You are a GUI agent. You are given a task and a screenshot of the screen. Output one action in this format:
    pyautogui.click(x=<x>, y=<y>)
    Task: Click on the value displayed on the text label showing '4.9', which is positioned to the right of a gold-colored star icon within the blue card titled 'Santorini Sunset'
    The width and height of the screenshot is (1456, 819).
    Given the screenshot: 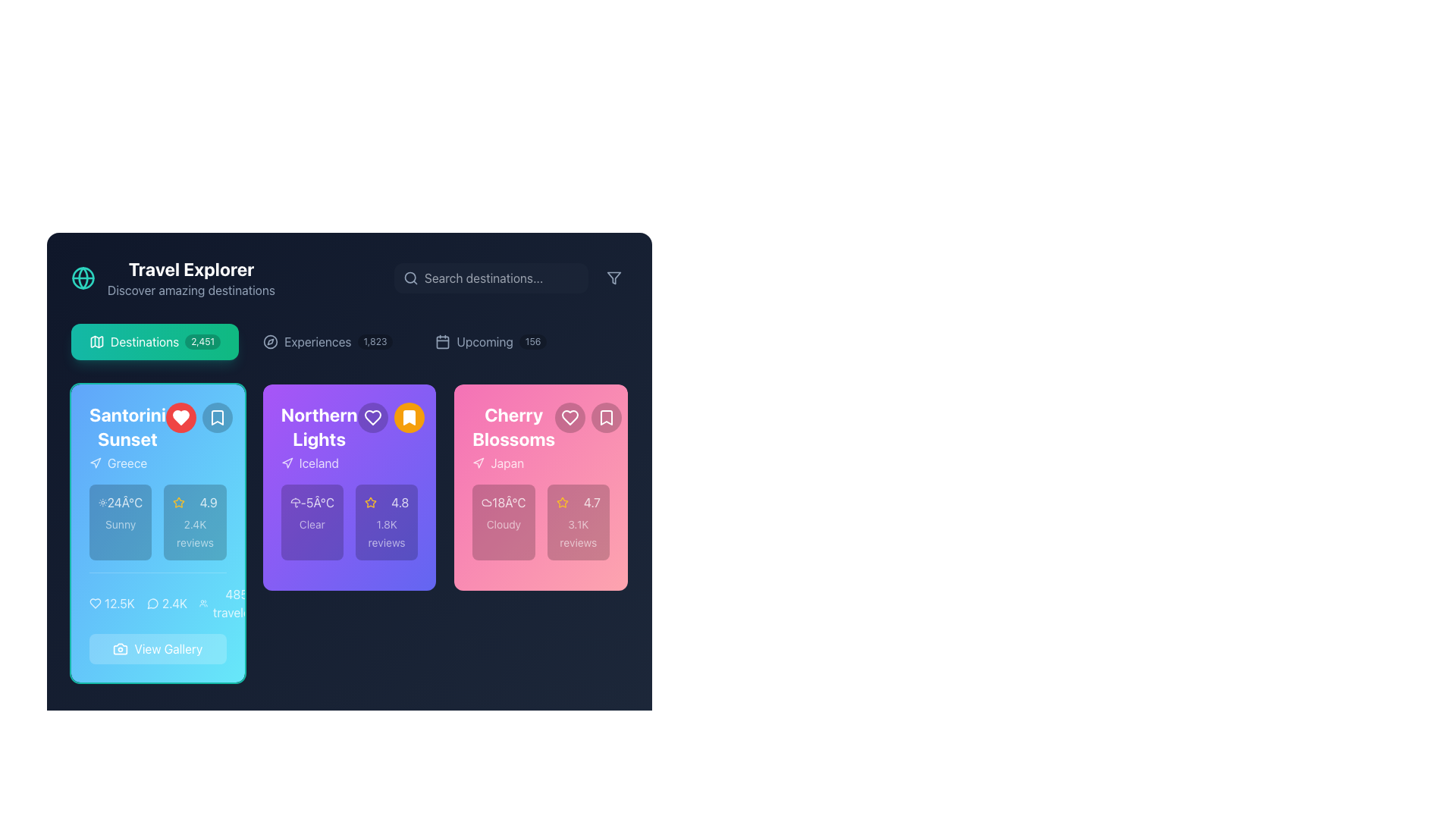 What is the action you would take?
    pyautogui.click(x=208, y=503)
    